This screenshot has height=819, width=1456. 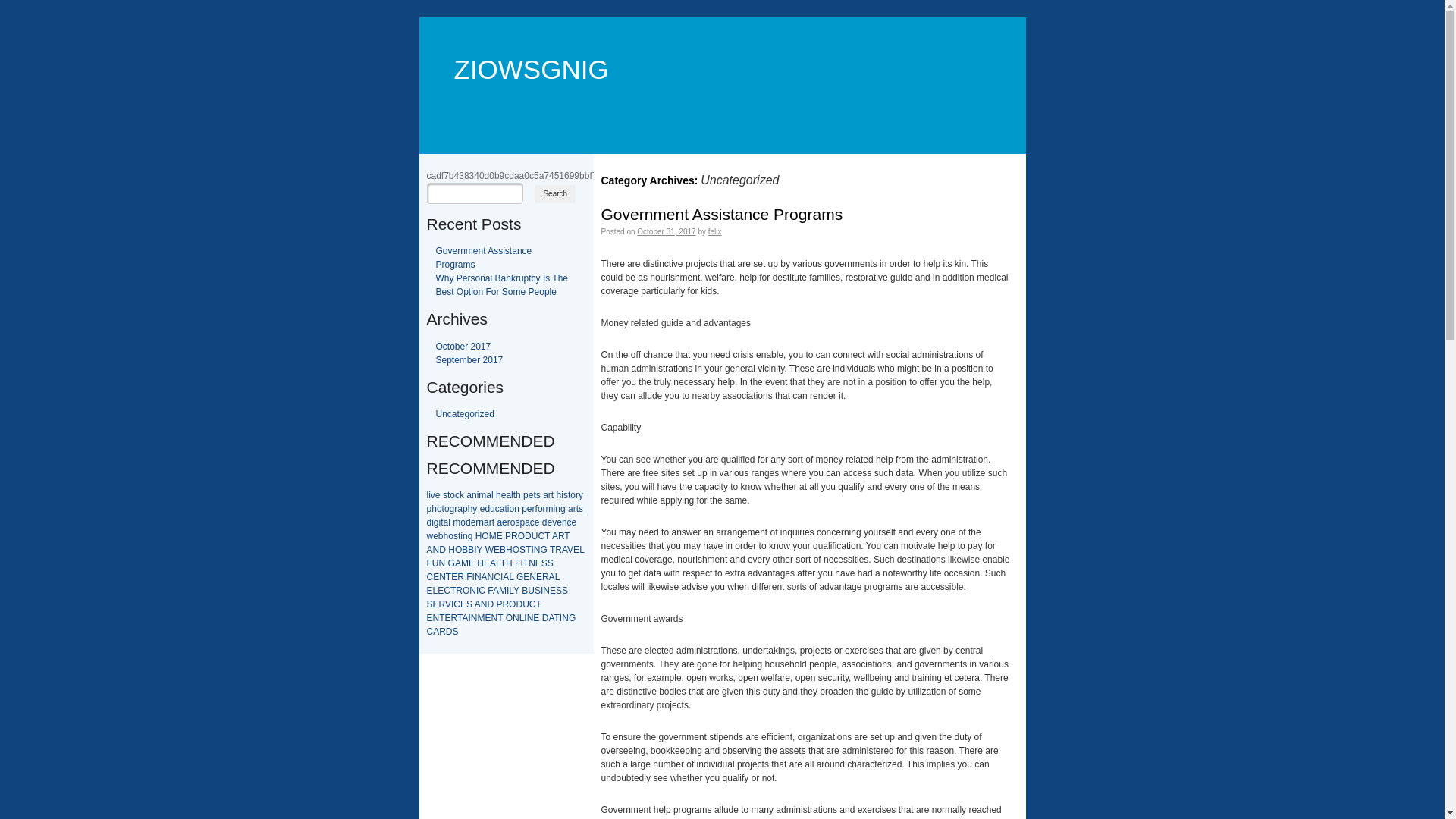 I want to click on 'n', so click(x=464, y=535).